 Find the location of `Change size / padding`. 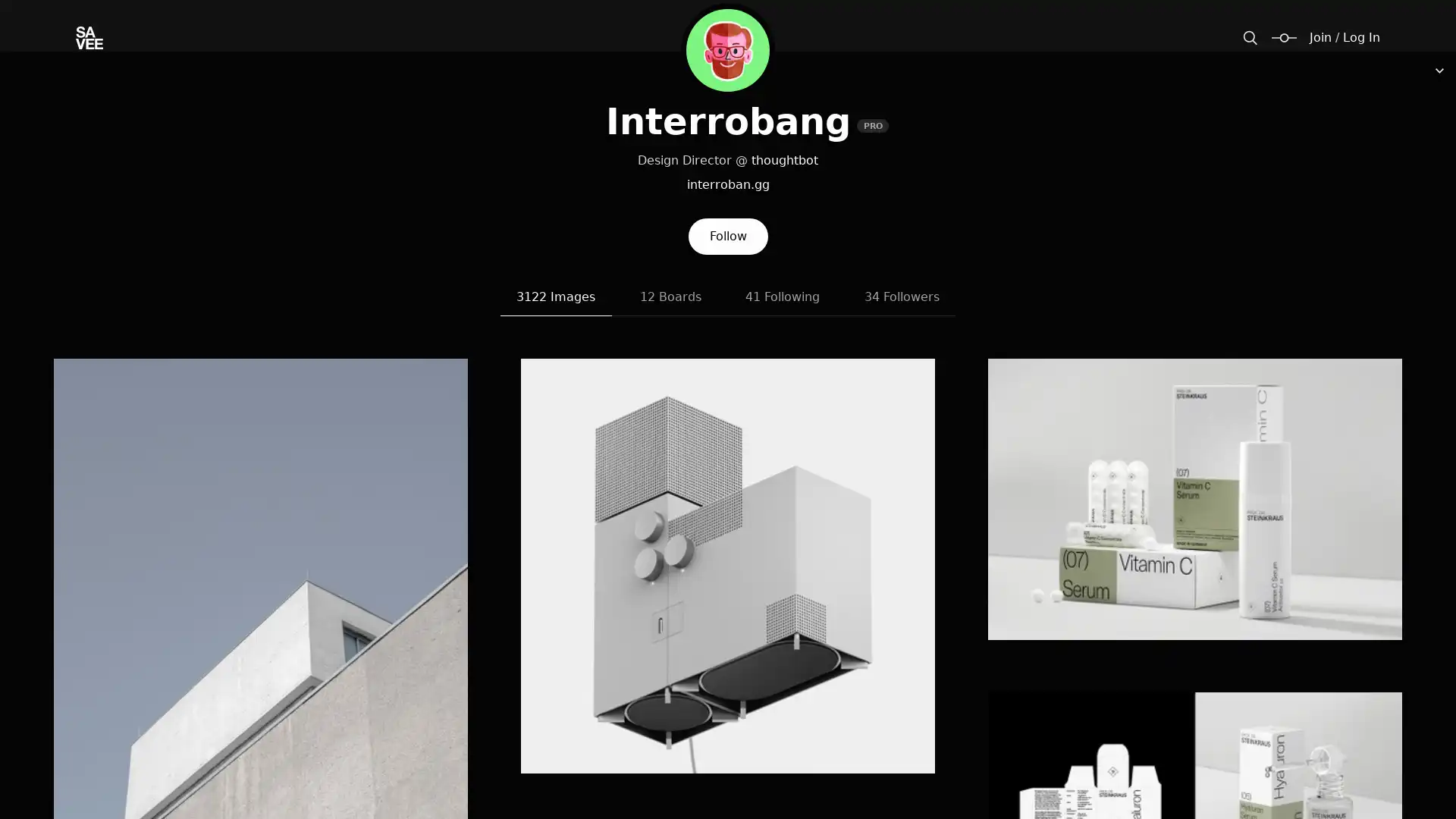

Change size / padding is located at coordinates (1283, 37).